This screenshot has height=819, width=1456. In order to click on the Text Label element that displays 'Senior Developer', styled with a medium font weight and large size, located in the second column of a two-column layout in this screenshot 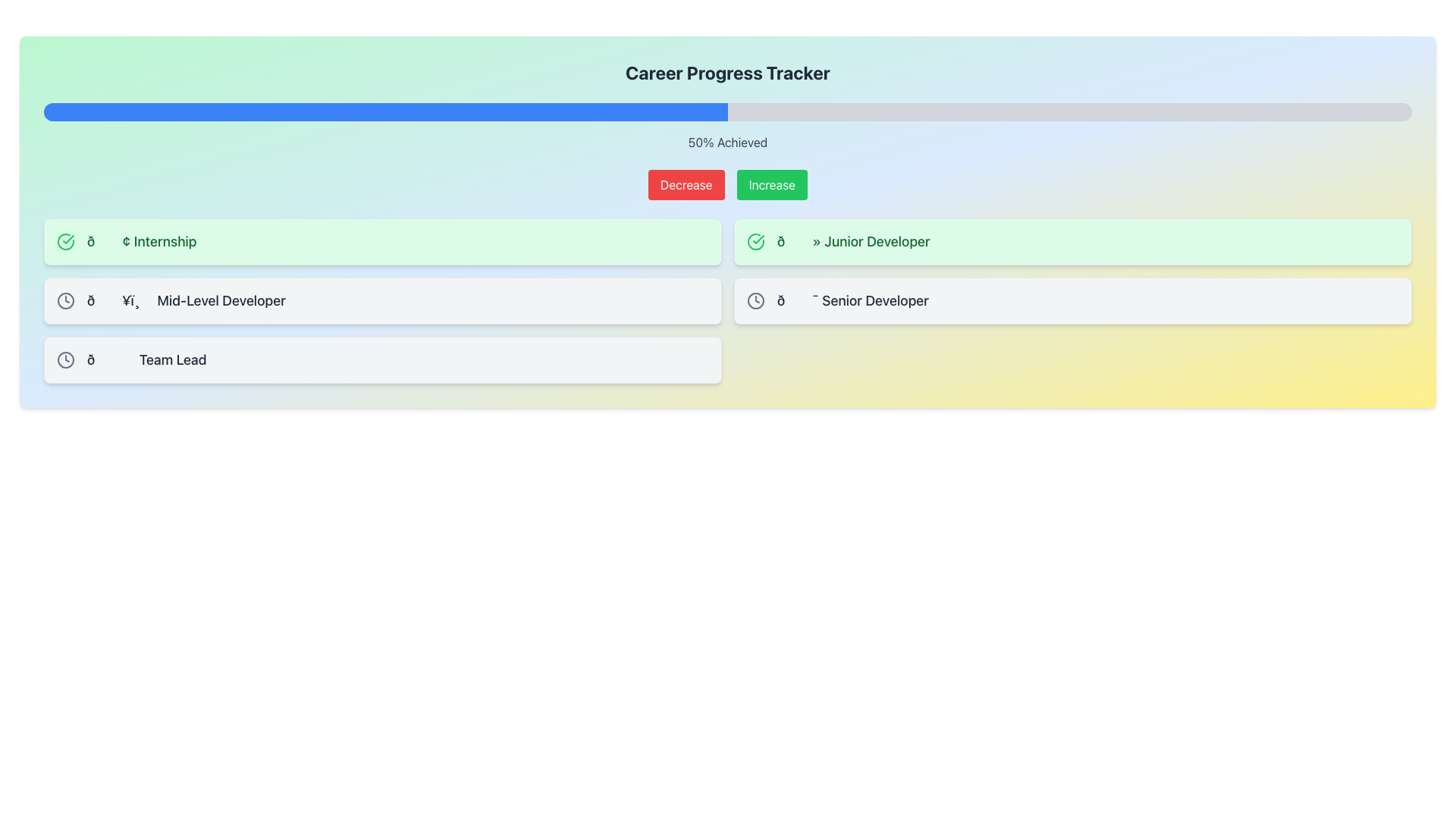, I will do `click(852, 301)`.